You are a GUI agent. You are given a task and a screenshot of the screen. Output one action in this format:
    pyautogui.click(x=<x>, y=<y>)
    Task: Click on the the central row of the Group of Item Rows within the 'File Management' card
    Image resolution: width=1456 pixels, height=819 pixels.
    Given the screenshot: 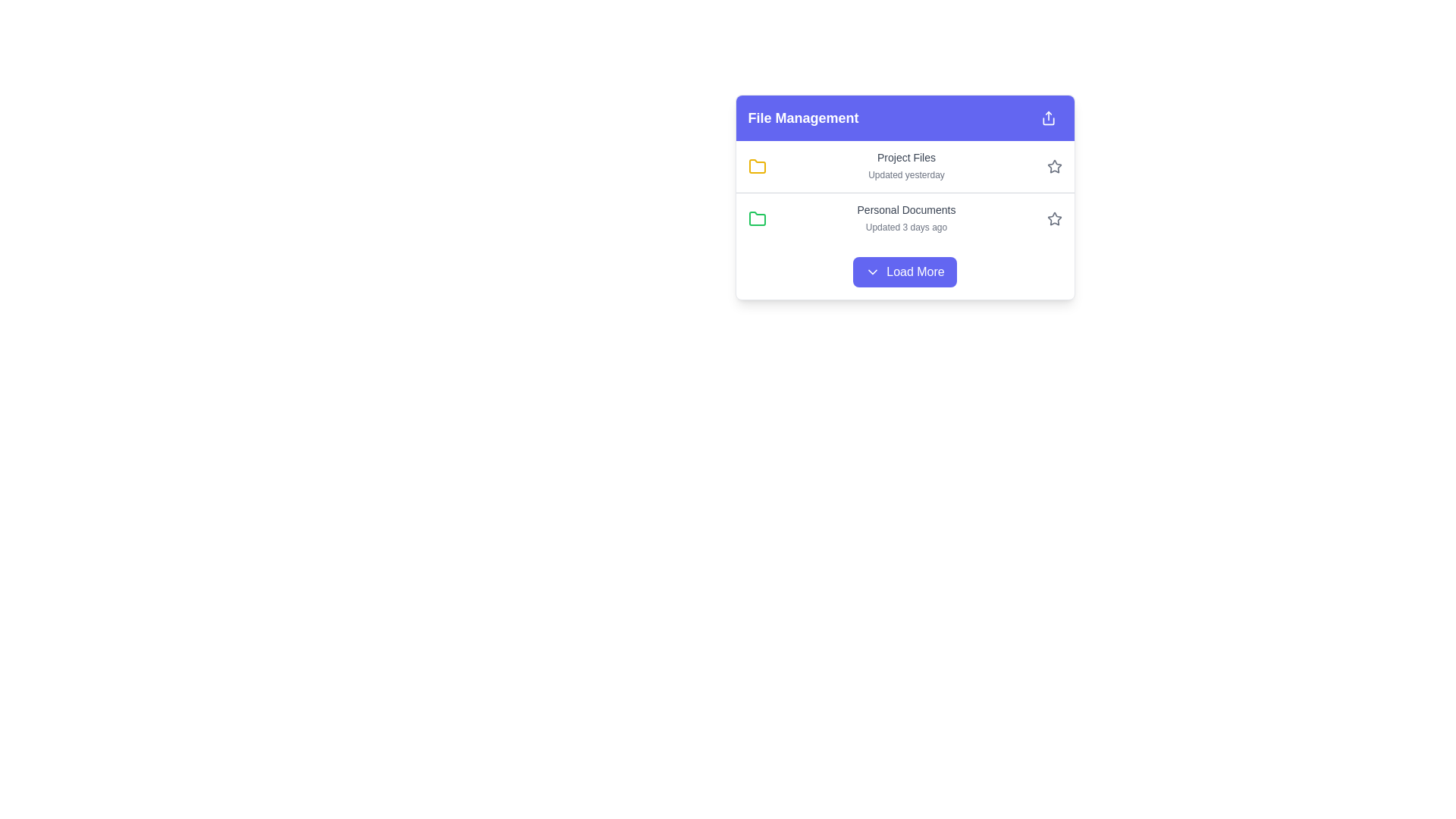 What is the action you would take?
    pyautogui.click(x=905, y=192)
    